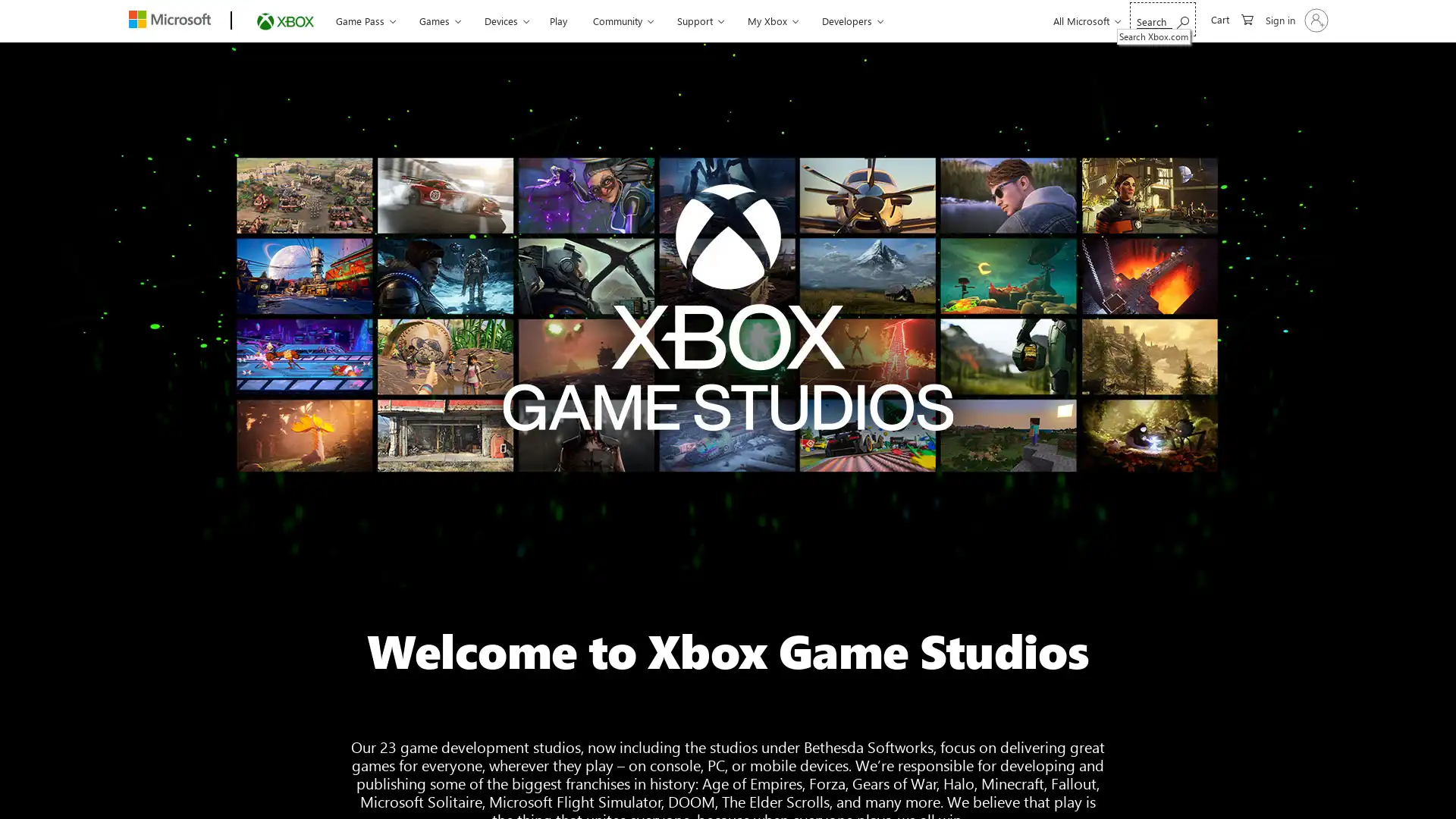 This screenshot has height=819, width=1456. What do you see at coordinates (1162, 19) in the screenshot?
I see `Search Xbox.com` at bounding box center [1162, 19].